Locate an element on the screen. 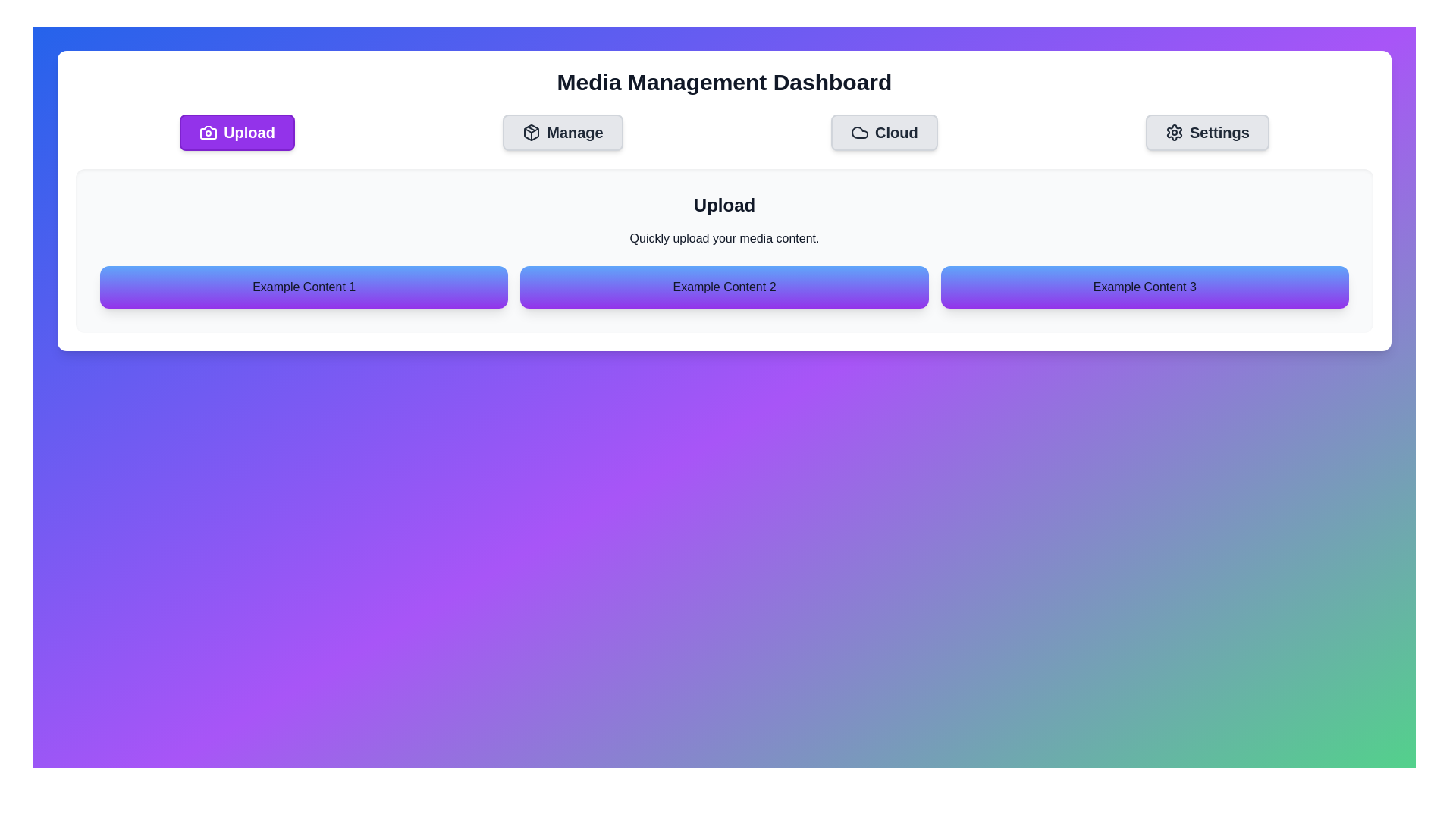  the Settings tab by clicking its corresponding button is located at coordinates (1207, 131).